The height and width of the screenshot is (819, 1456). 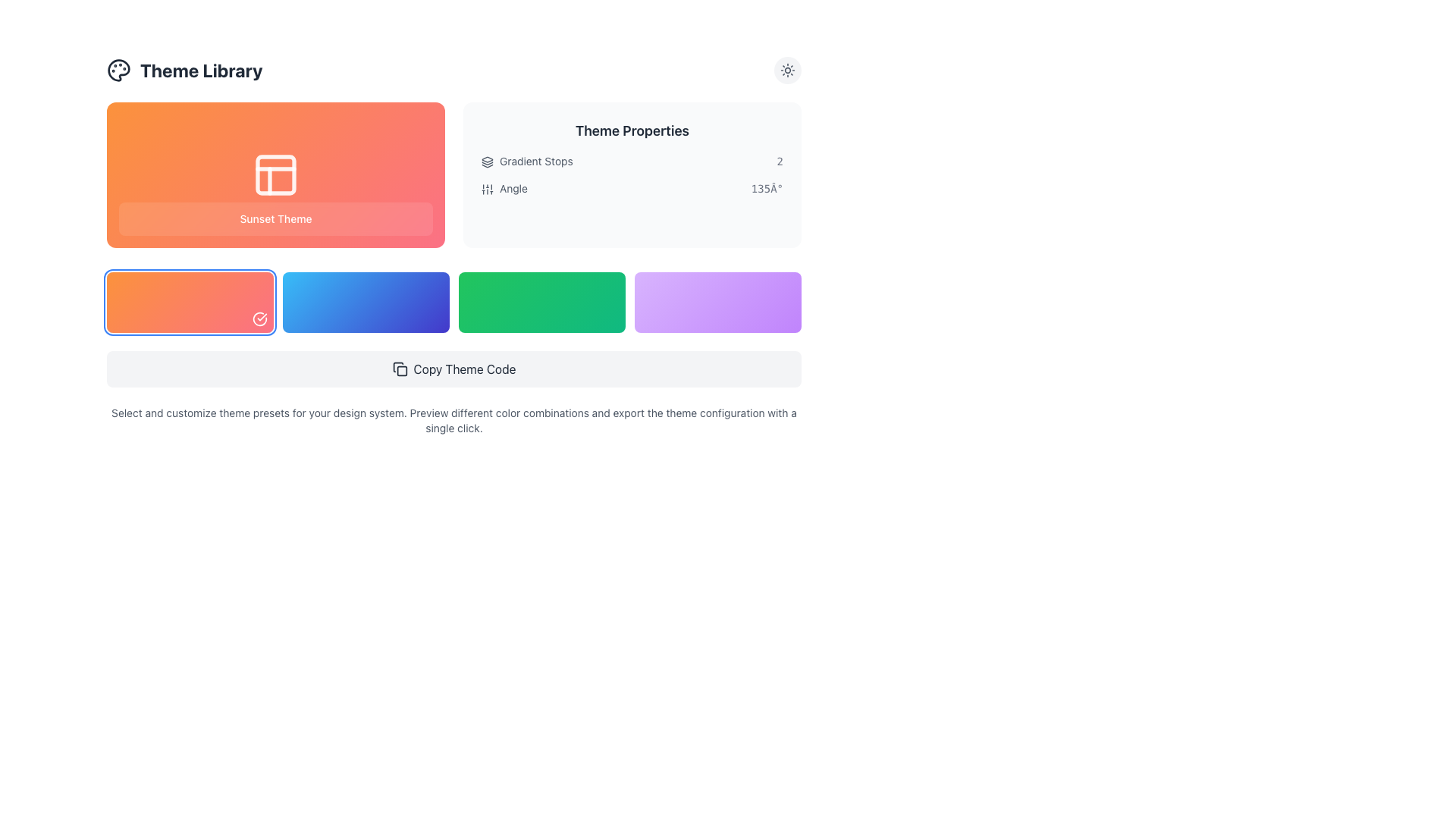 I want to click on the text label displaying the number '2' in a monospaced, gray font, located in the 'Theme Properties' section next to 'Gradient Stops', so click(x=780, y=161).